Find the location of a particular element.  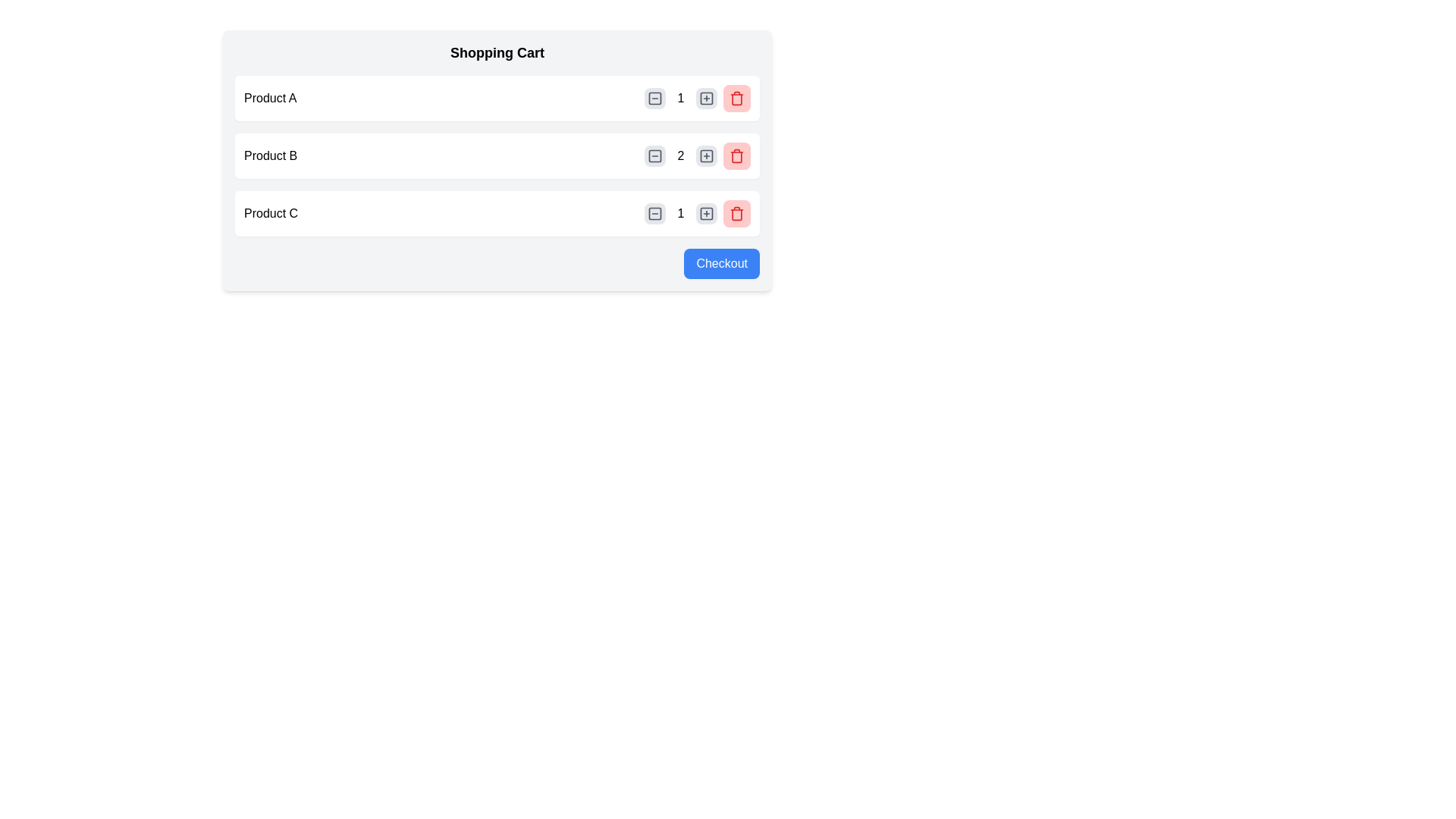

the Icon button with a centered minus sign in the shopping cart interface for 'Product B' is located at coordinates (655, 155).